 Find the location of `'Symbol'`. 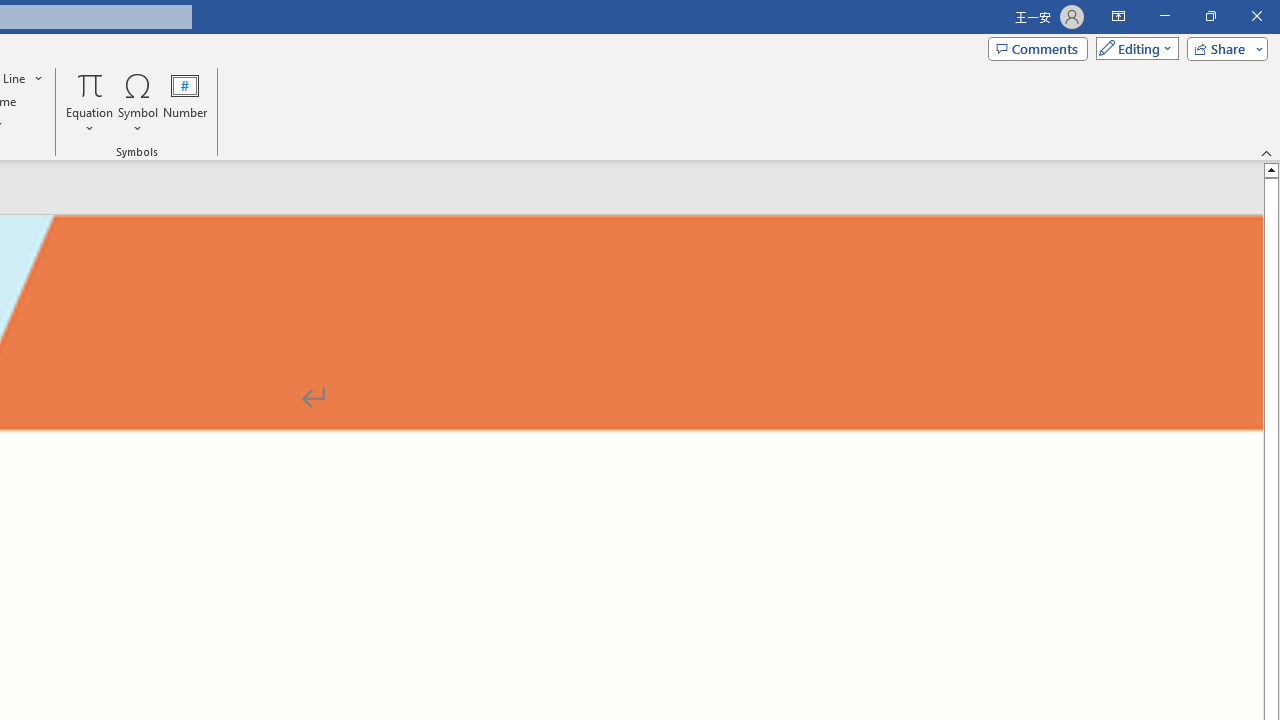

'Symbol' is located at coordinates (137, 103).